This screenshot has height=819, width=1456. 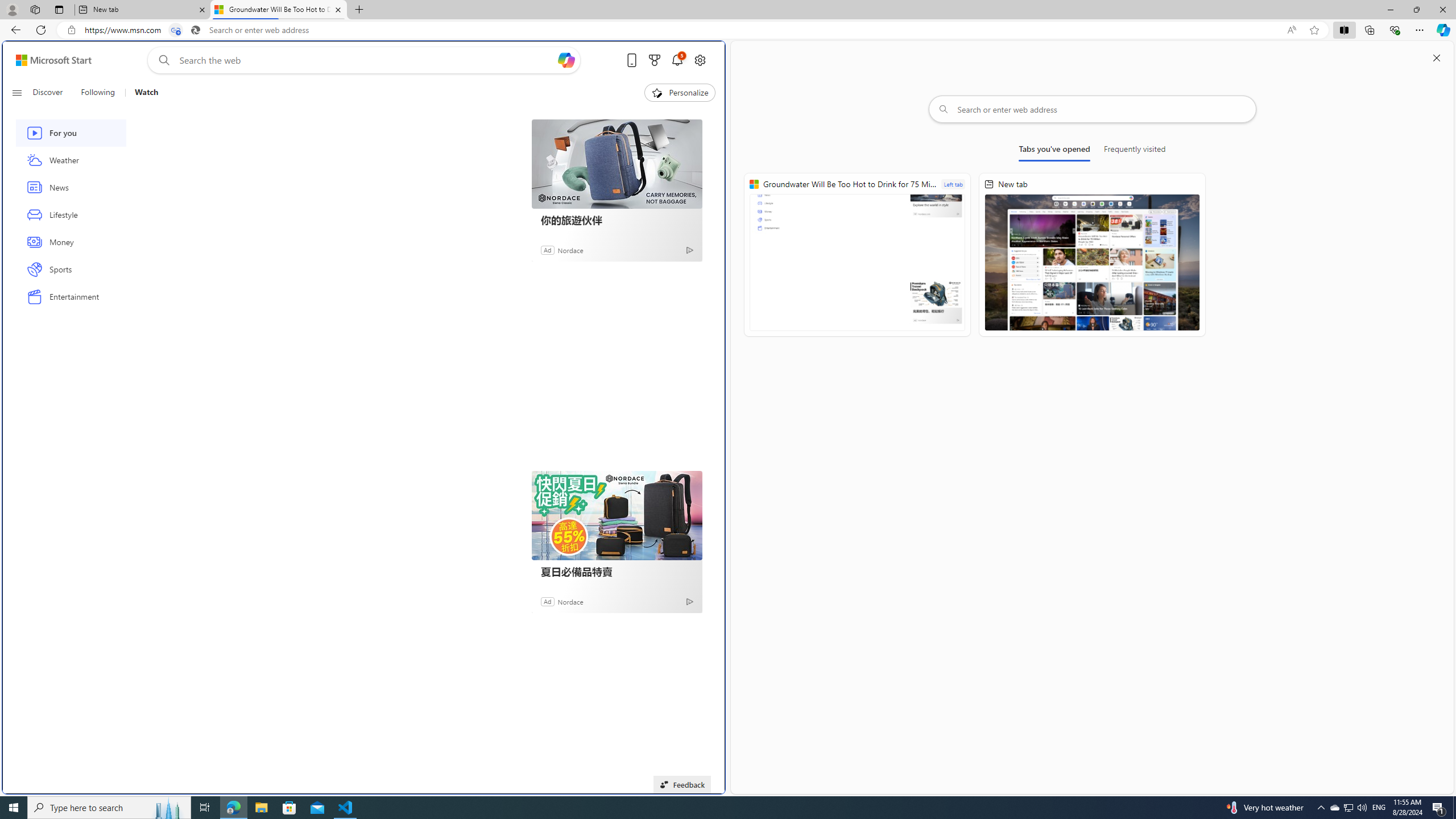 I want to click on 'Close', so click(x=1442, y=9).